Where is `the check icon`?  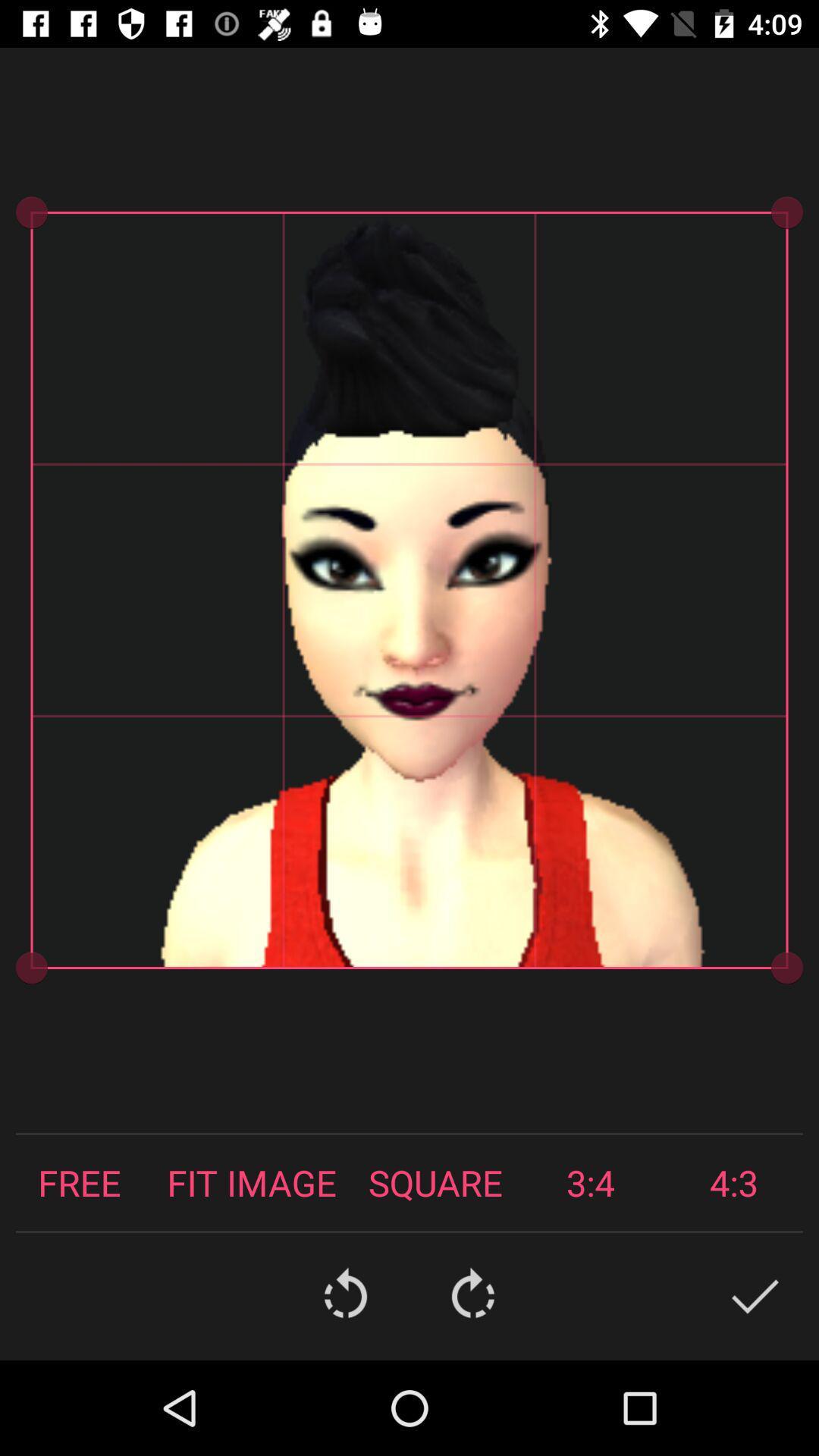 the check icon is located at coordinates (755, 1295).